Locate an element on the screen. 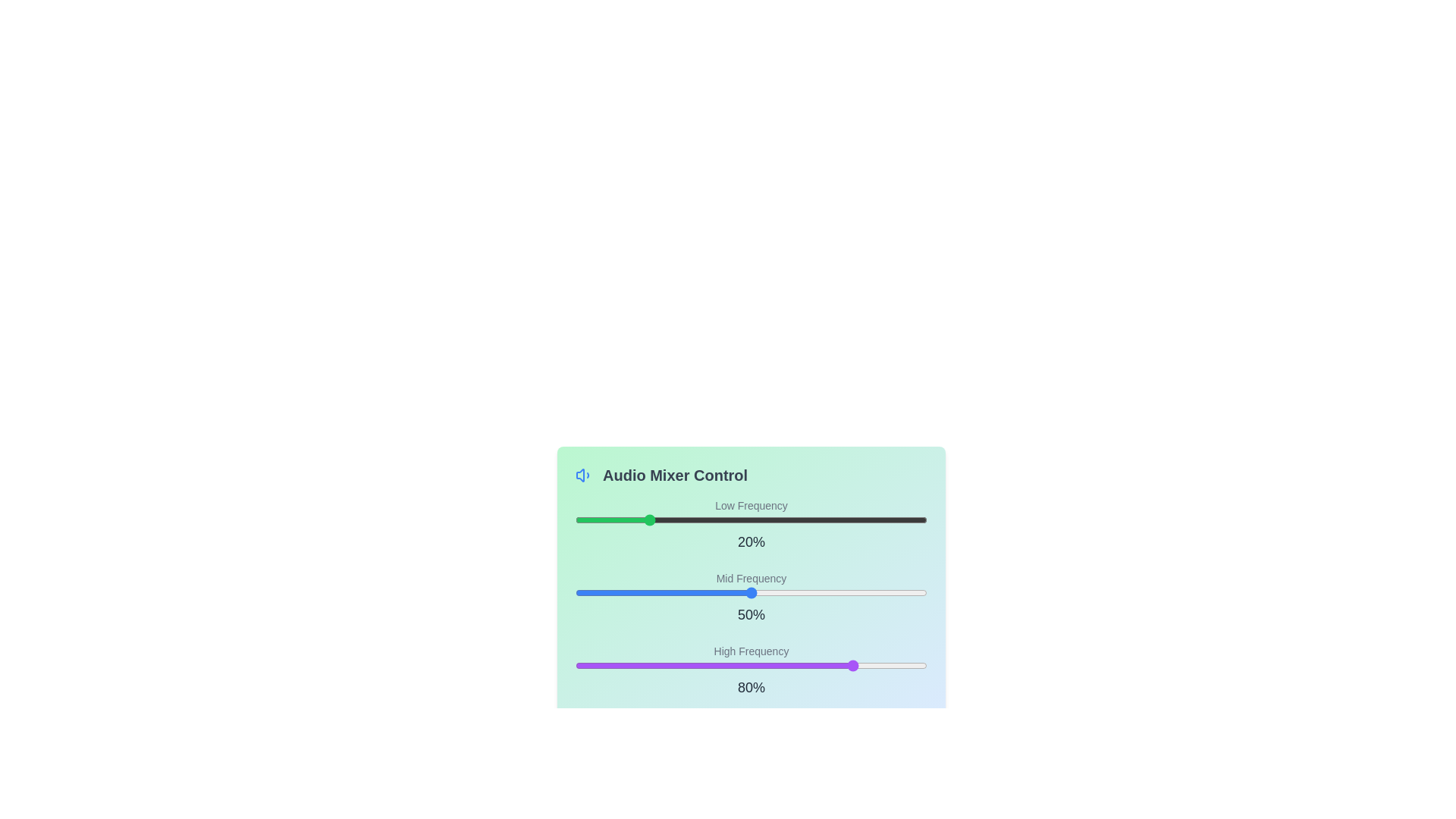  the text label 'Audio Mixer Control', which is styled in bold grayish font and located near the top of a light cyan box is located at coordinates (674, 475).